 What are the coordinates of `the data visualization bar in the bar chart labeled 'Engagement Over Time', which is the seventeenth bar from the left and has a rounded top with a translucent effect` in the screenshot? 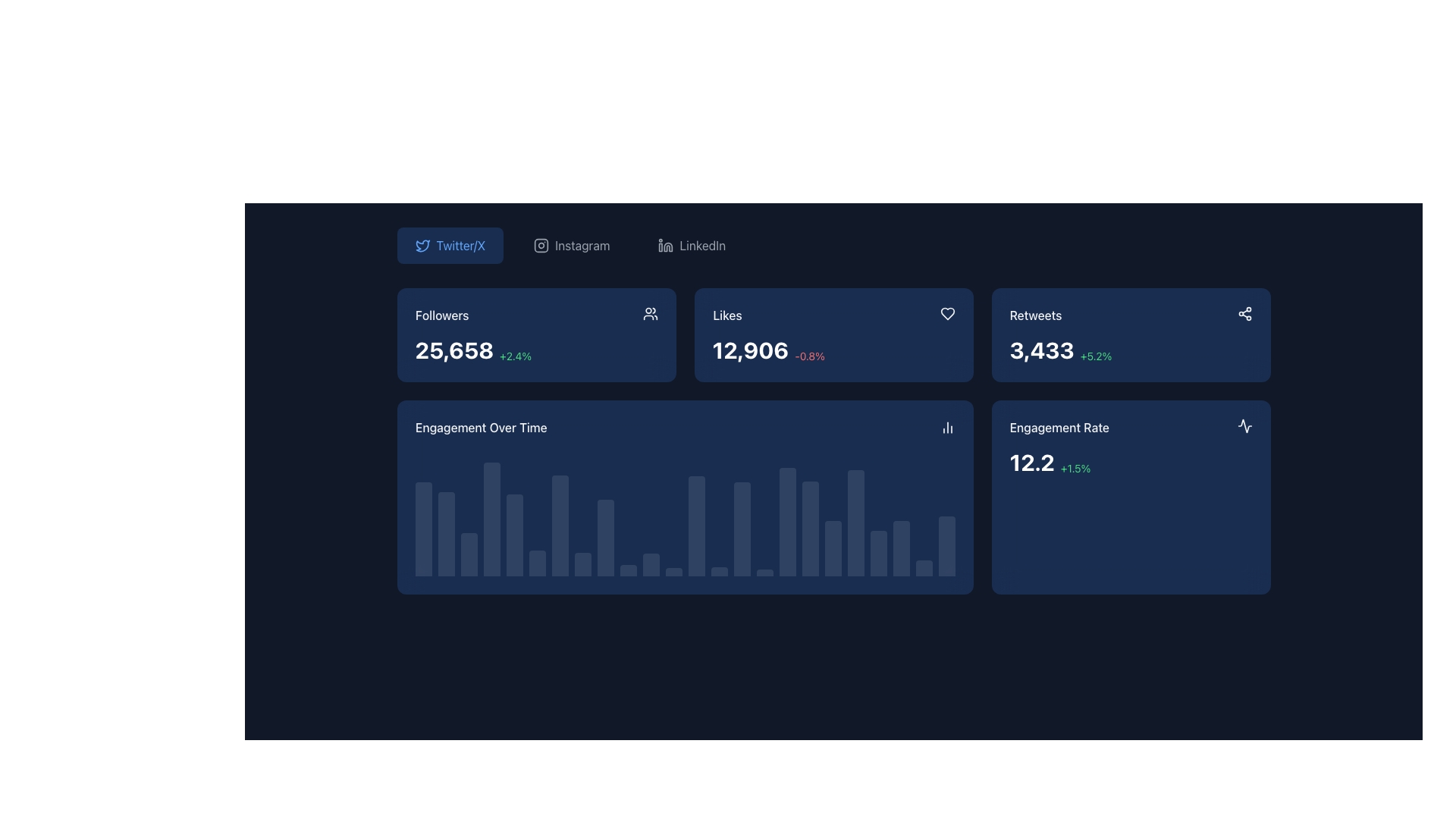 It's located at (787, 521).